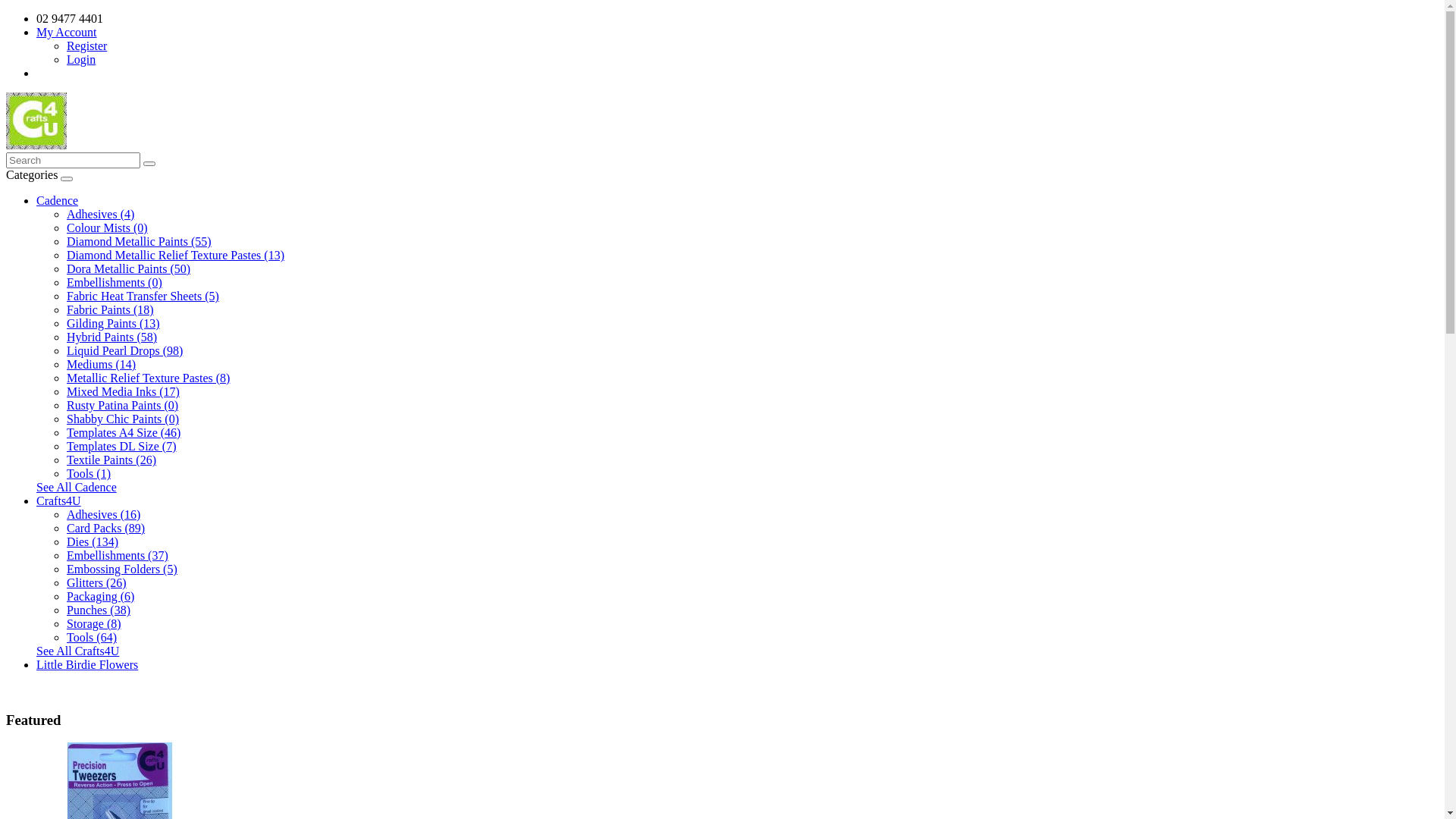 The width and height of the screenshot is (1456, 819). Describe the element at coordinates (86, 45) in the screenshot. I see `'Register'` at that location.